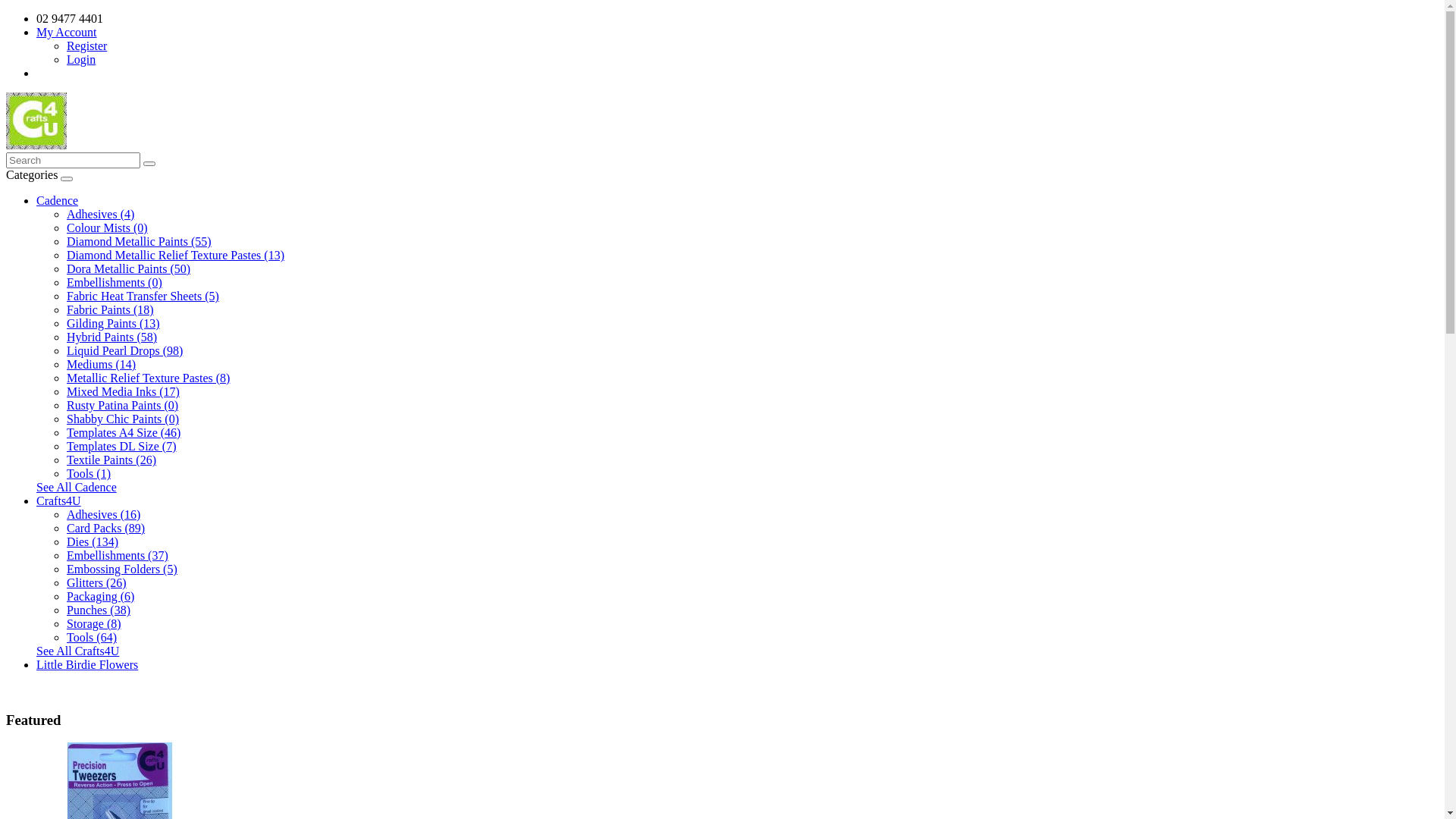 The width and height of the screenshot is (1456, 819). Describe the element at coordinates (86, 45) in the screenshot. I see `'Register'` at that location.